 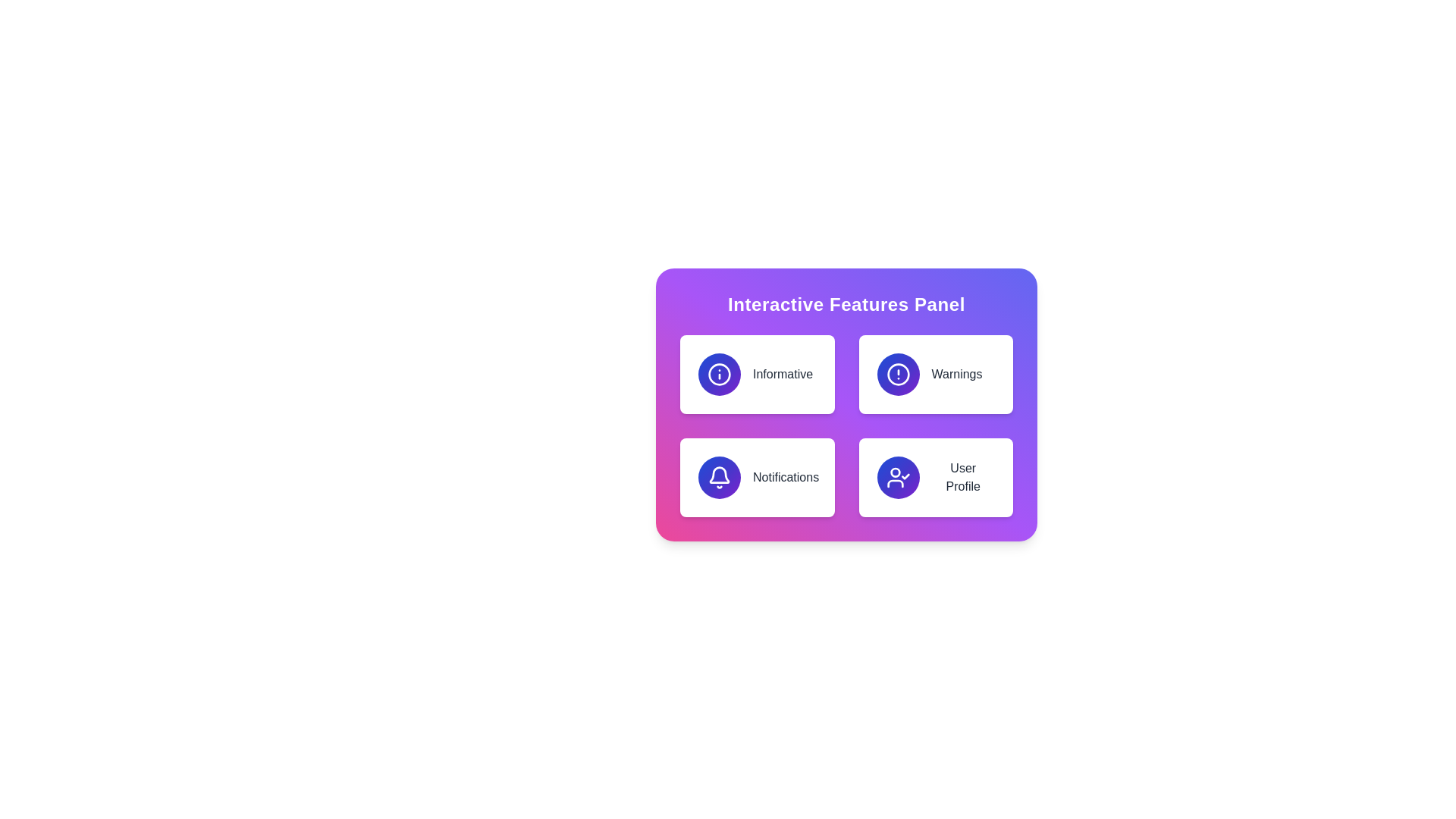 What do you see at coordinates (898, 476) in the screenshot?
I see `the circular button with a gradient from blue to indigo to purple, featuring a white user profile icon with a check mark, located at the bottom-right corner of the 'Interactive Features Panel'` at bounding box center [898, 476].